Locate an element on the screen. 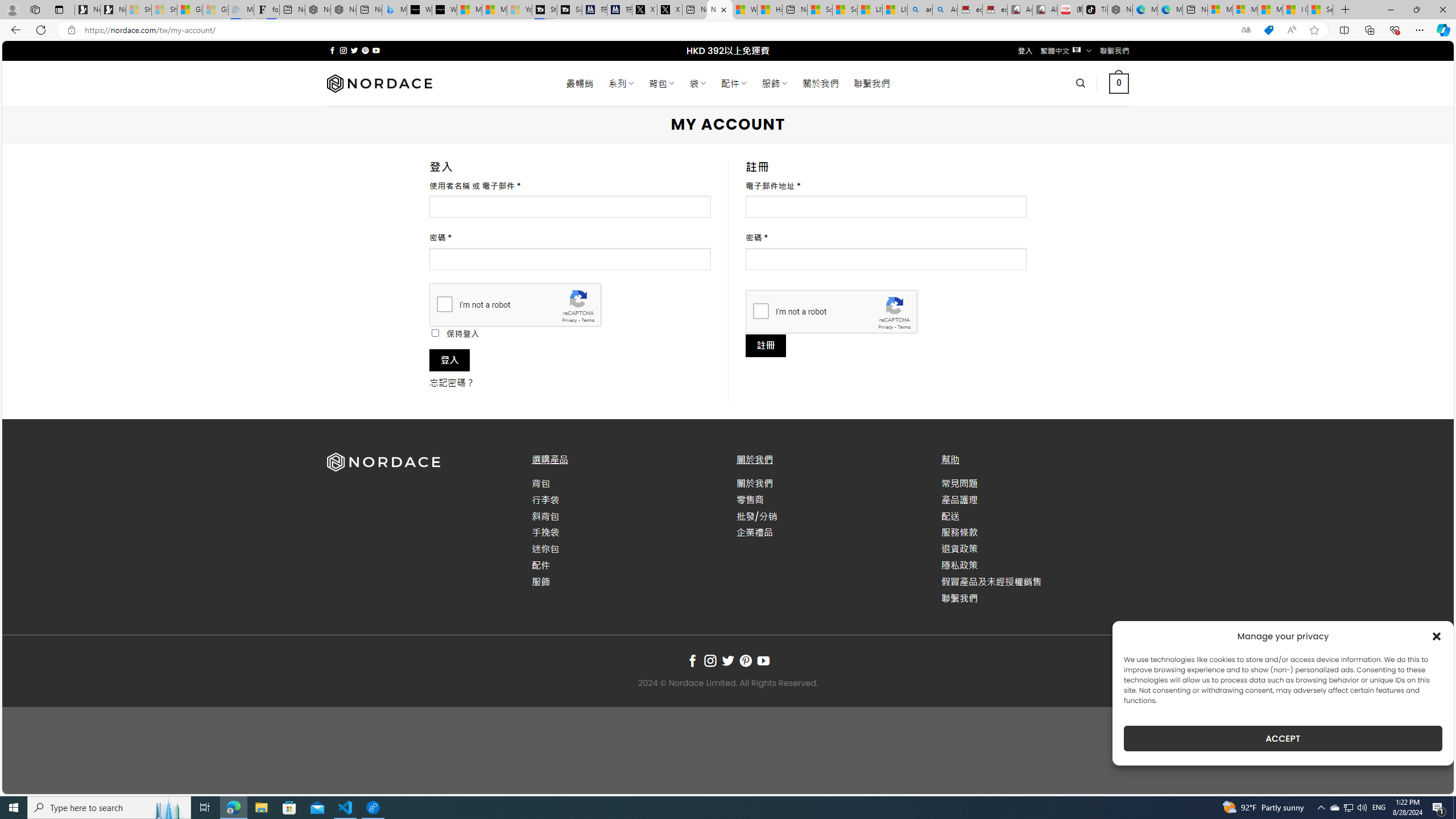  'Amazon Echo Dot PNG - Search Images' is located at coordinates (944, 9).